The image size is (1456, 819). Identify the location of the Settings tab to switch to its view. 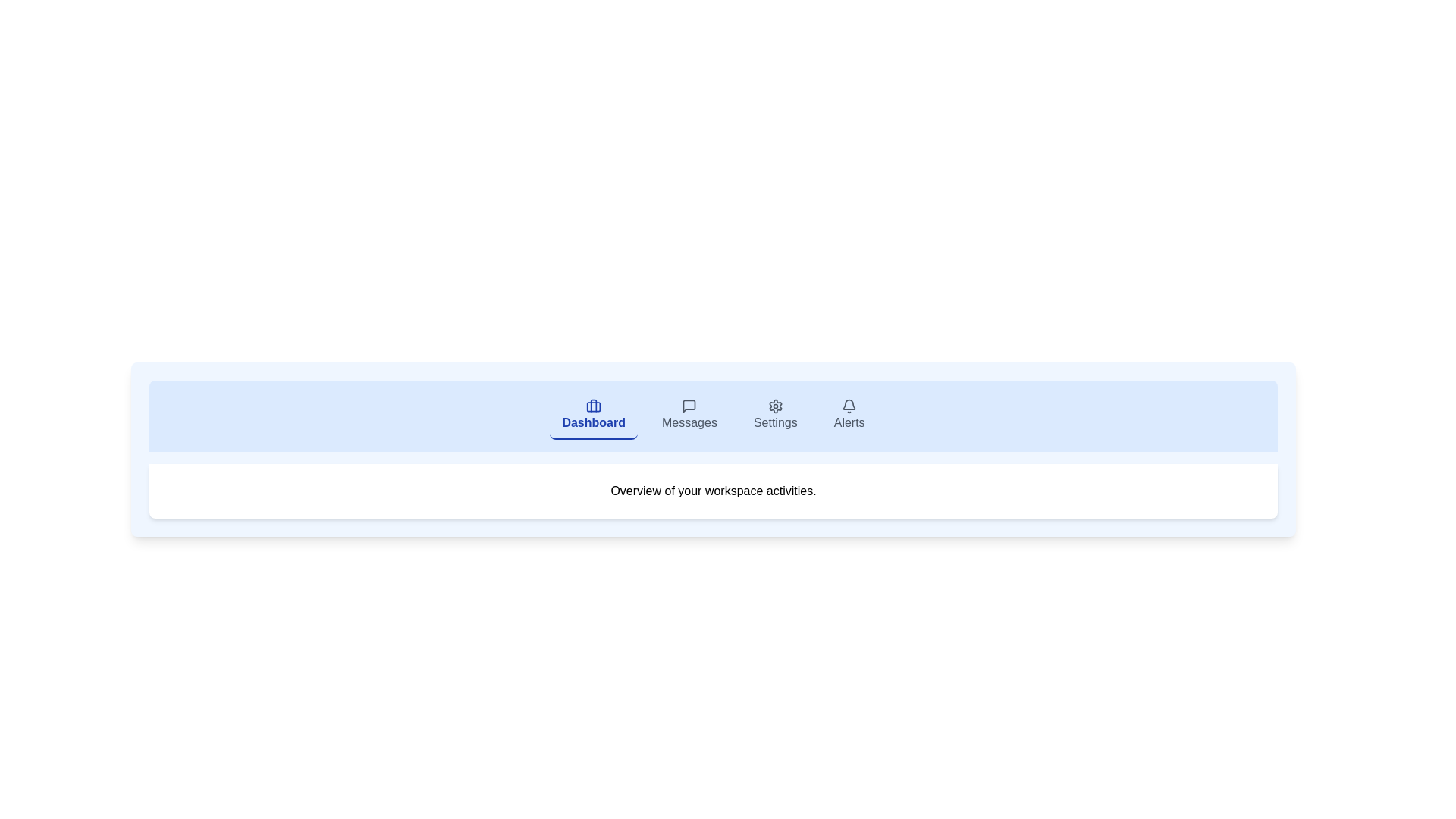
(775, 416).